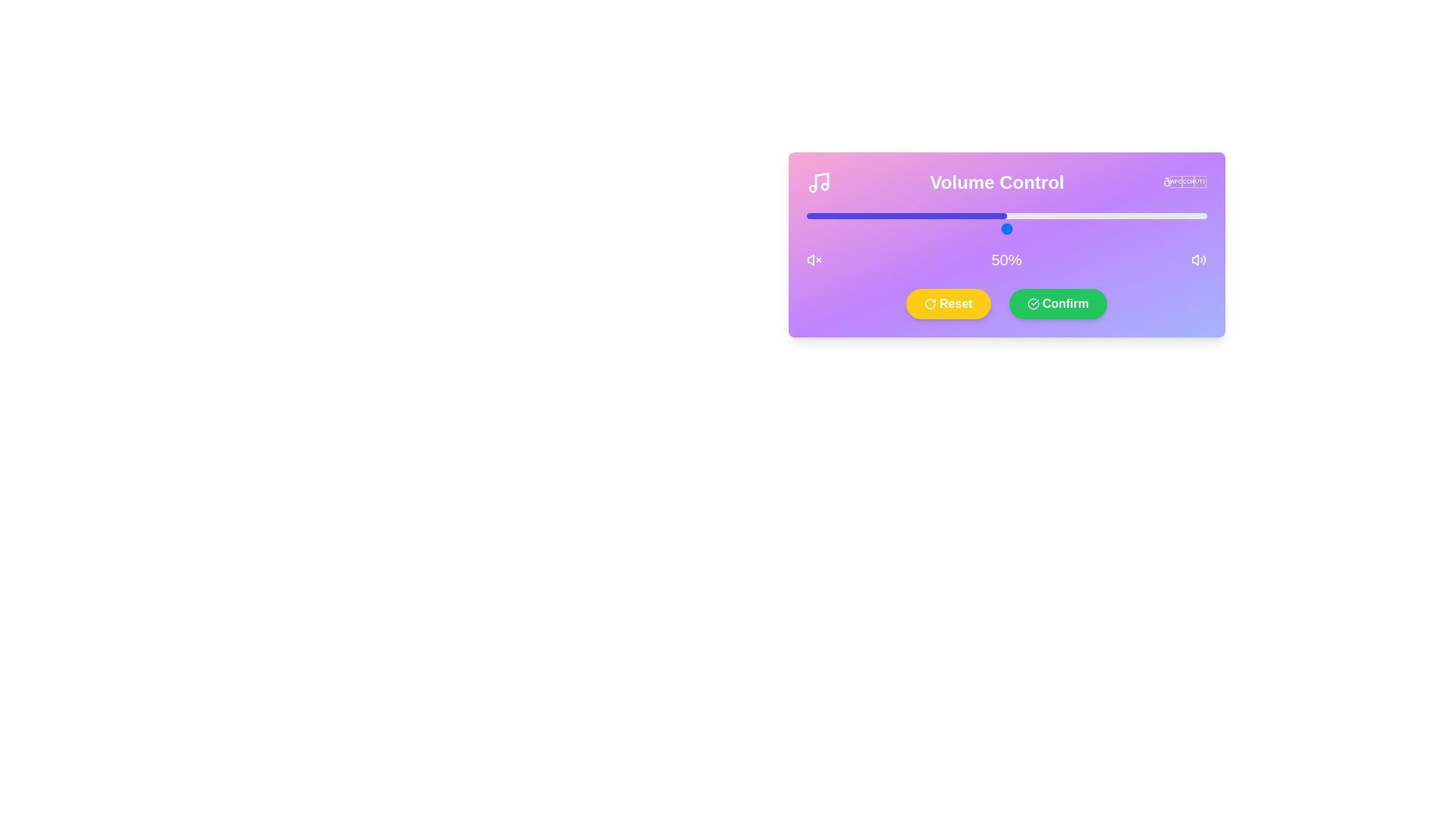 The height and width of the screenshot is (819, 1456). What do you see at coordinates (930, 304) in the screenshot?
I see `the reset icon located within the 'Reset' button, positioned to the left of the green 'Confirm' button in the lower section of the interface` at bounding box center [930, 304].